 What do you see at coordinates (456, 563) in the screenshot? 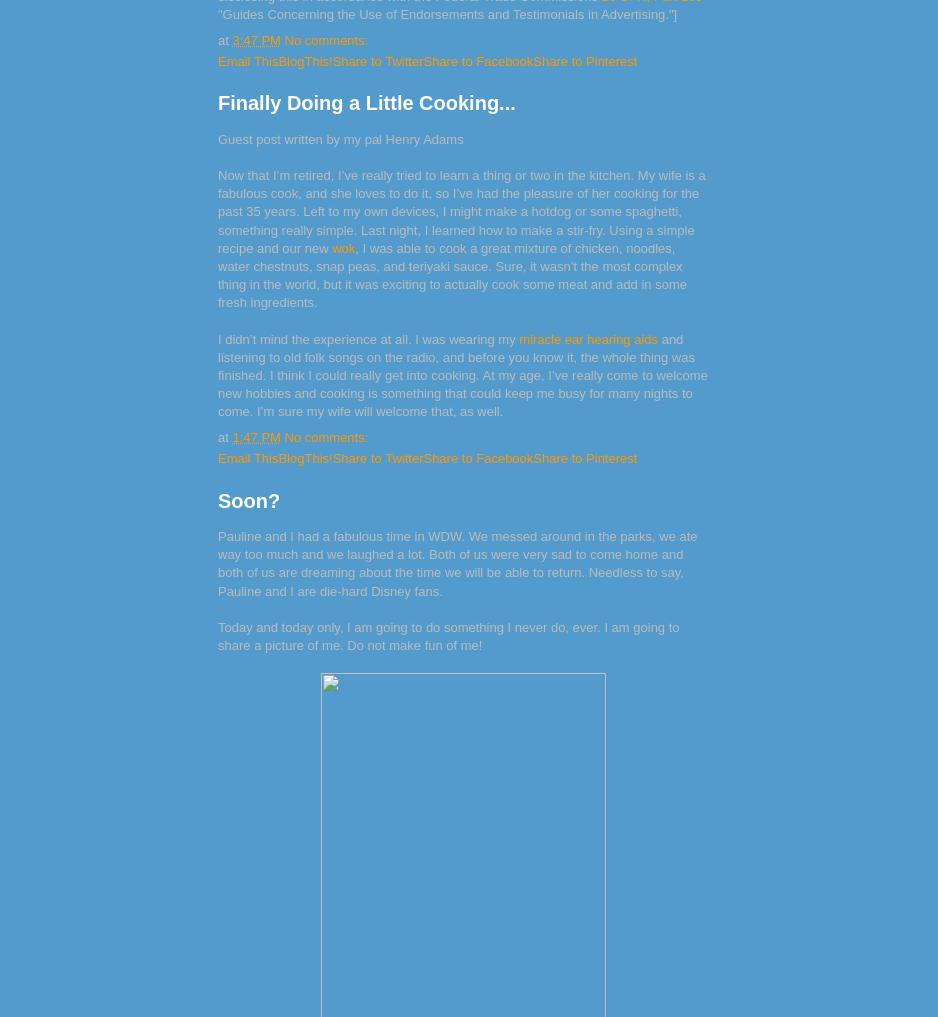
I see `'Pauline and I had a fabulous time in WDW. We messed around in the parks, we ate way too much and we laughed a lot. Both of us were very sad to come home and both of us are dreaming about the time we will be able to return. Needless to say, Pauline and I are die-hard Disney fans.'` at bounding box center [456, 563].